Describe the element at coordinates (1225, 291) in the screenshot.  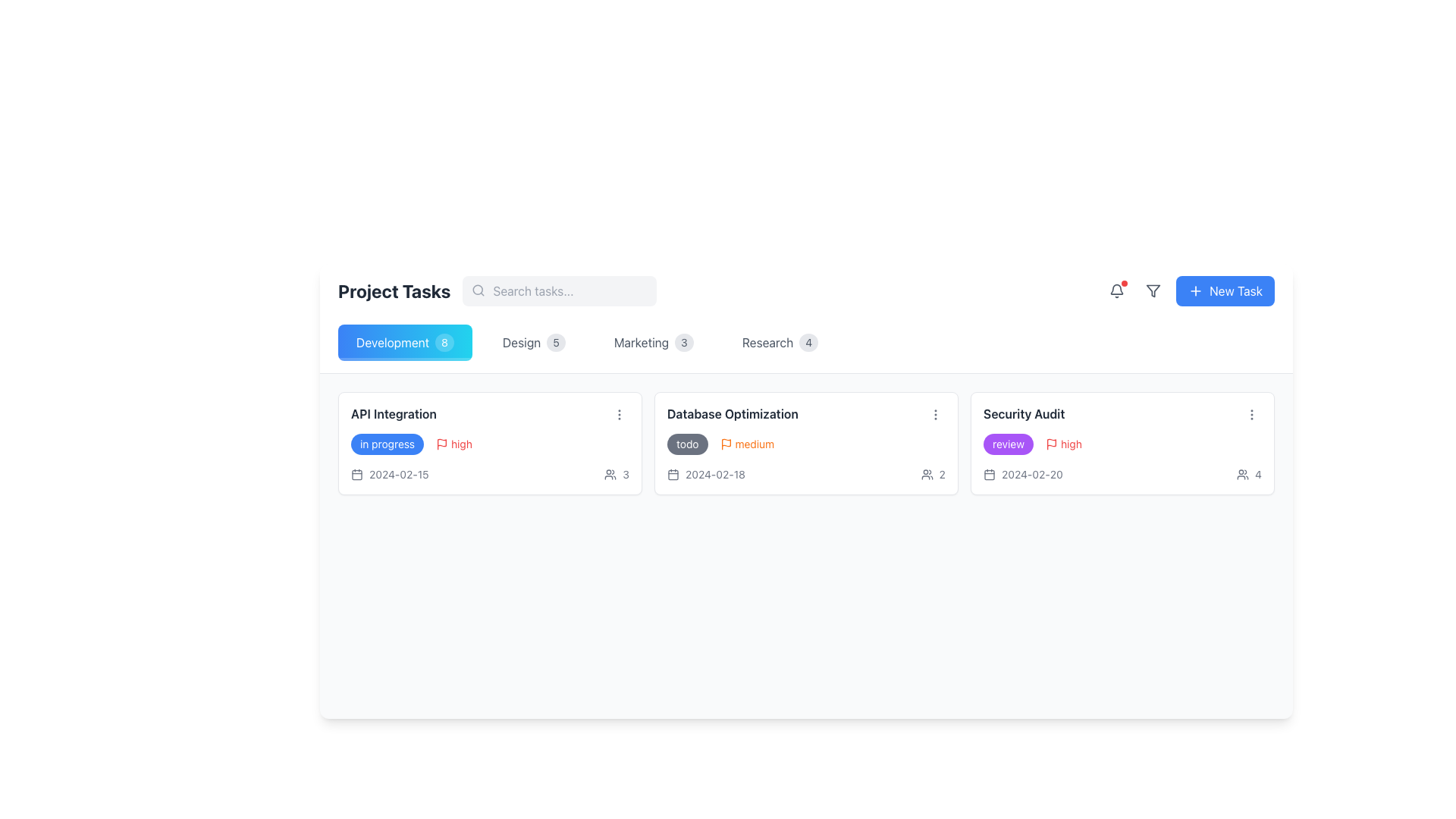
I see `the 'New Task' button located at the top-right corner of the interface to create a new task` at that location.